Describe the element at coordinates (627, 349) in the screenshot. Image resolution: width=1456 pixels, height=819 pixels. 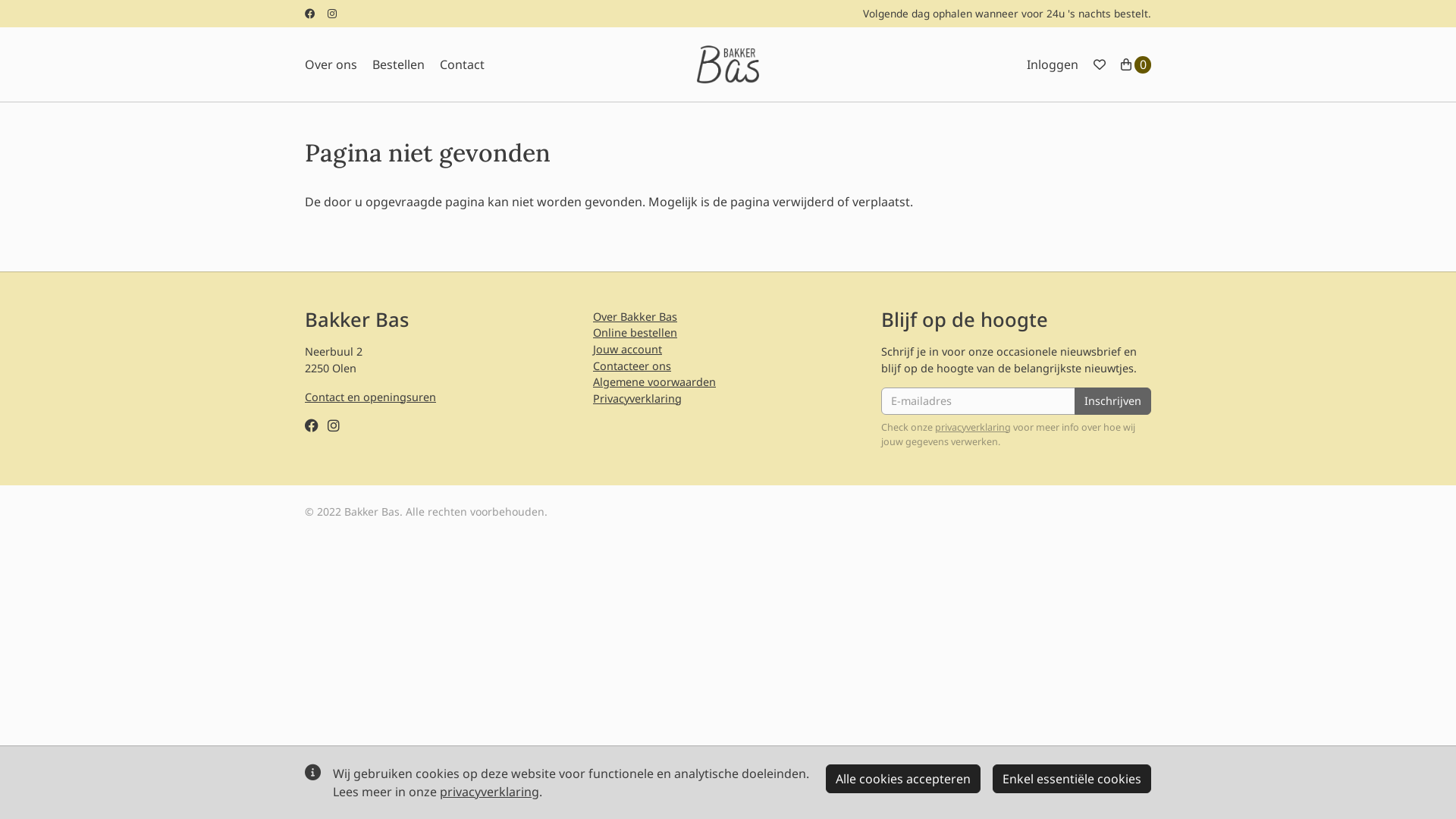
I see `'Jouw account'` at that location.